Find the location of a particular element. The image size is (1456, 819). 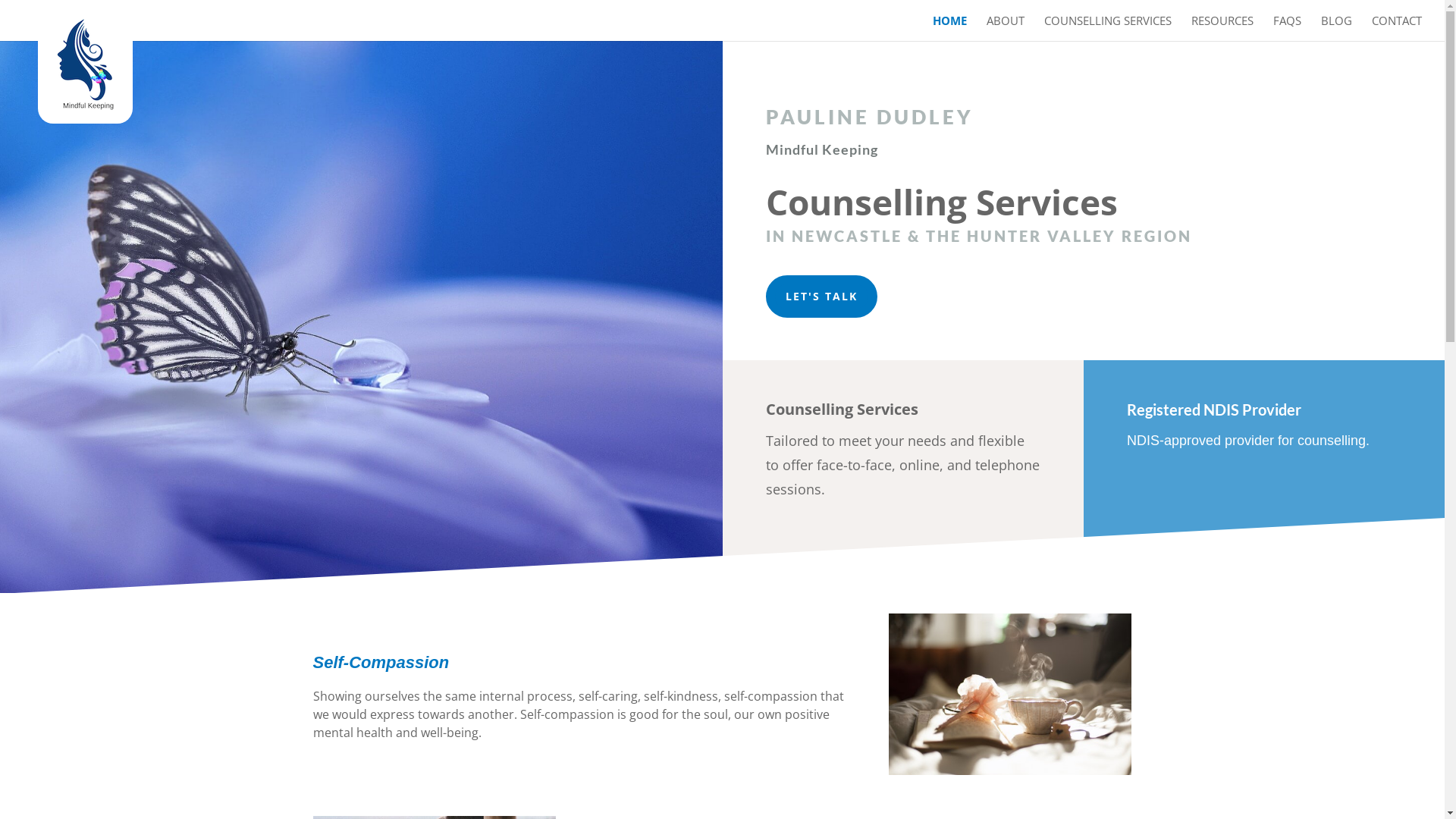

'CONTACT' is located at coordinates (1396, 28).